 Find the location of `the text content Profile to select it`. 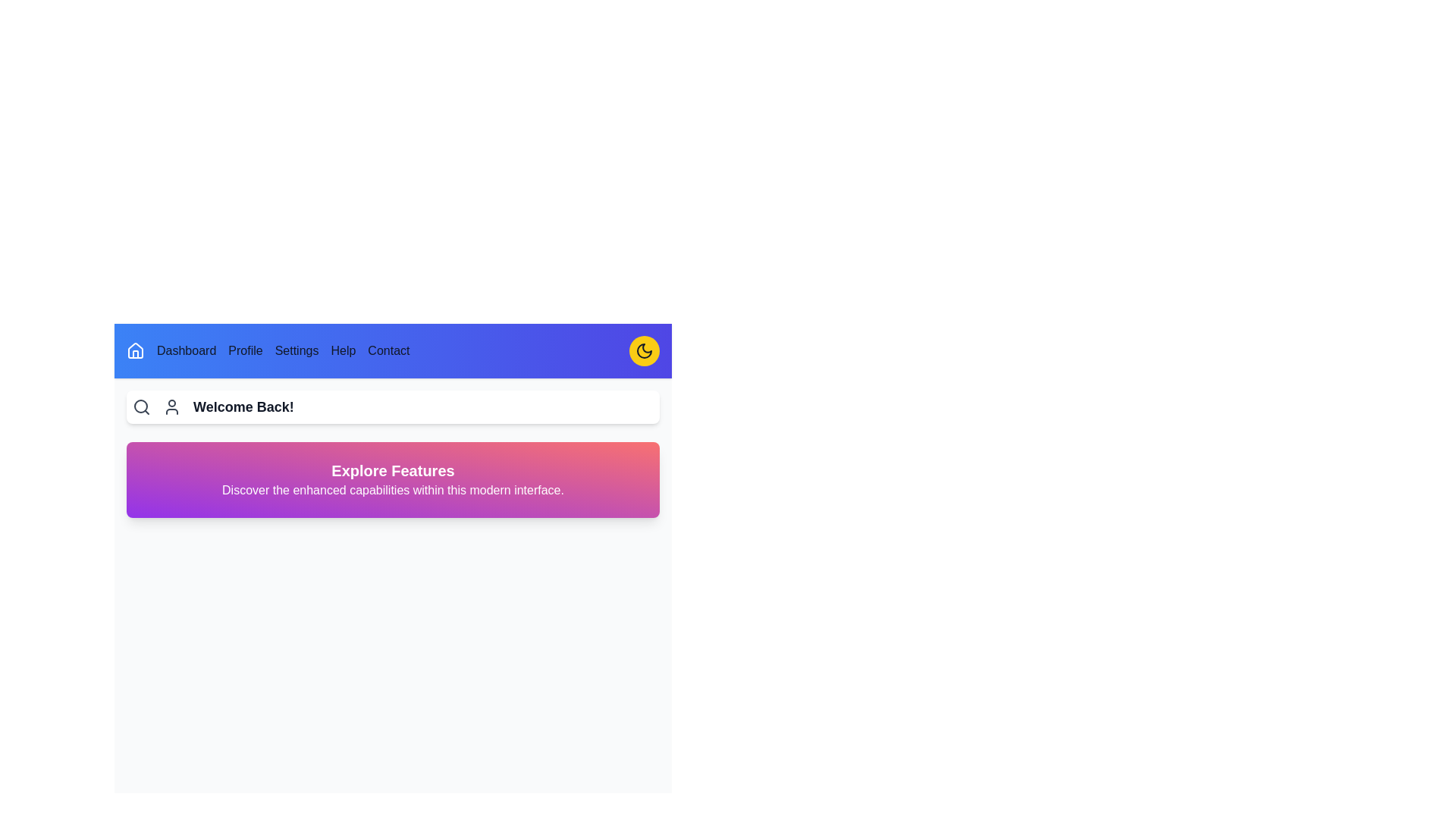

the text content Profile to select it is located at coordinates (245, 350).